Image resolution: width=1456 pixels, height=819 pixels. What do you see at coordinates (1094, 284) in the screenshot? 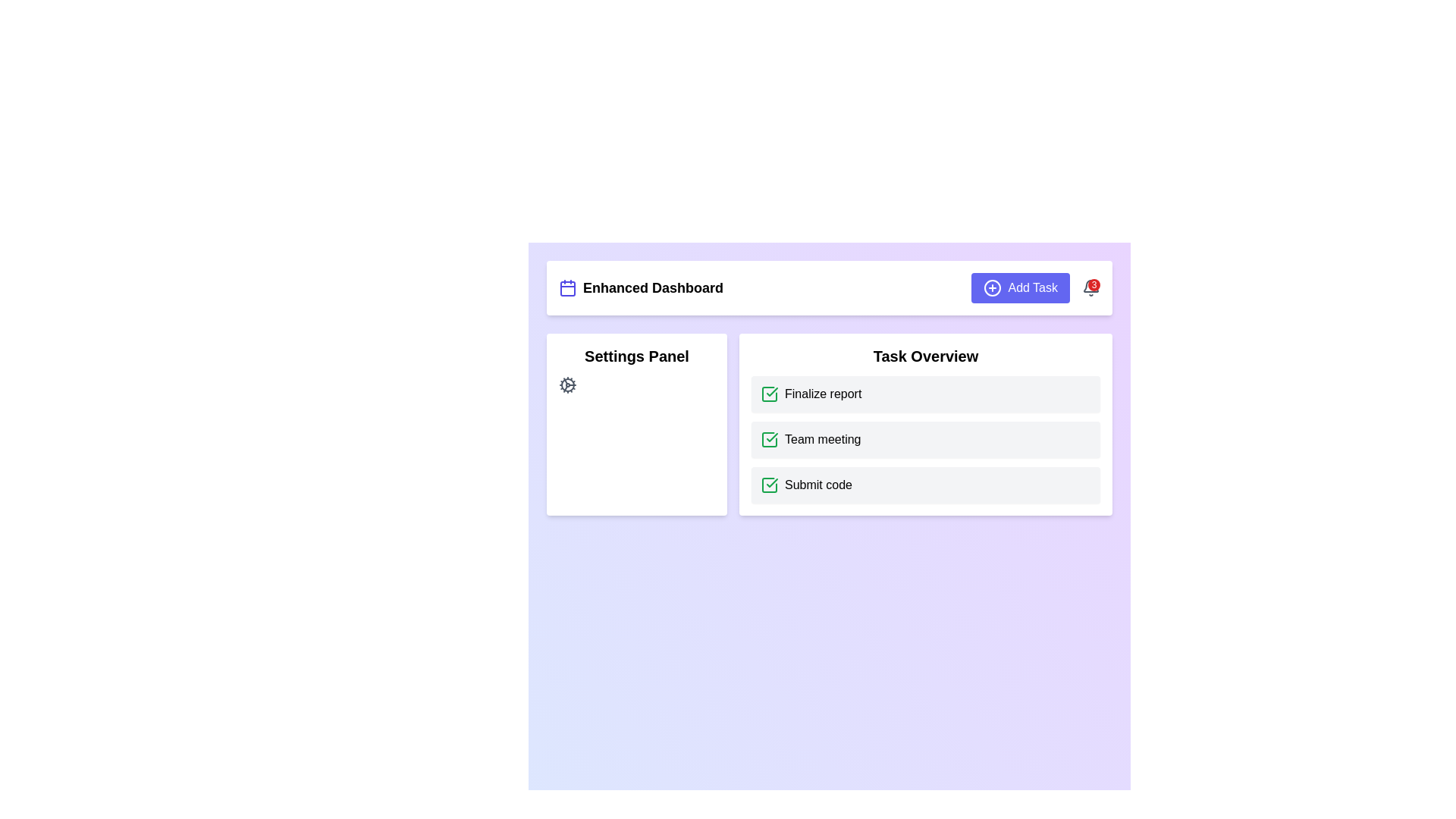
I see `content inside the Notification Badge located at the top-right corner of the bell icon, which indicates three new notifications` at bounding box center [1094, 284].